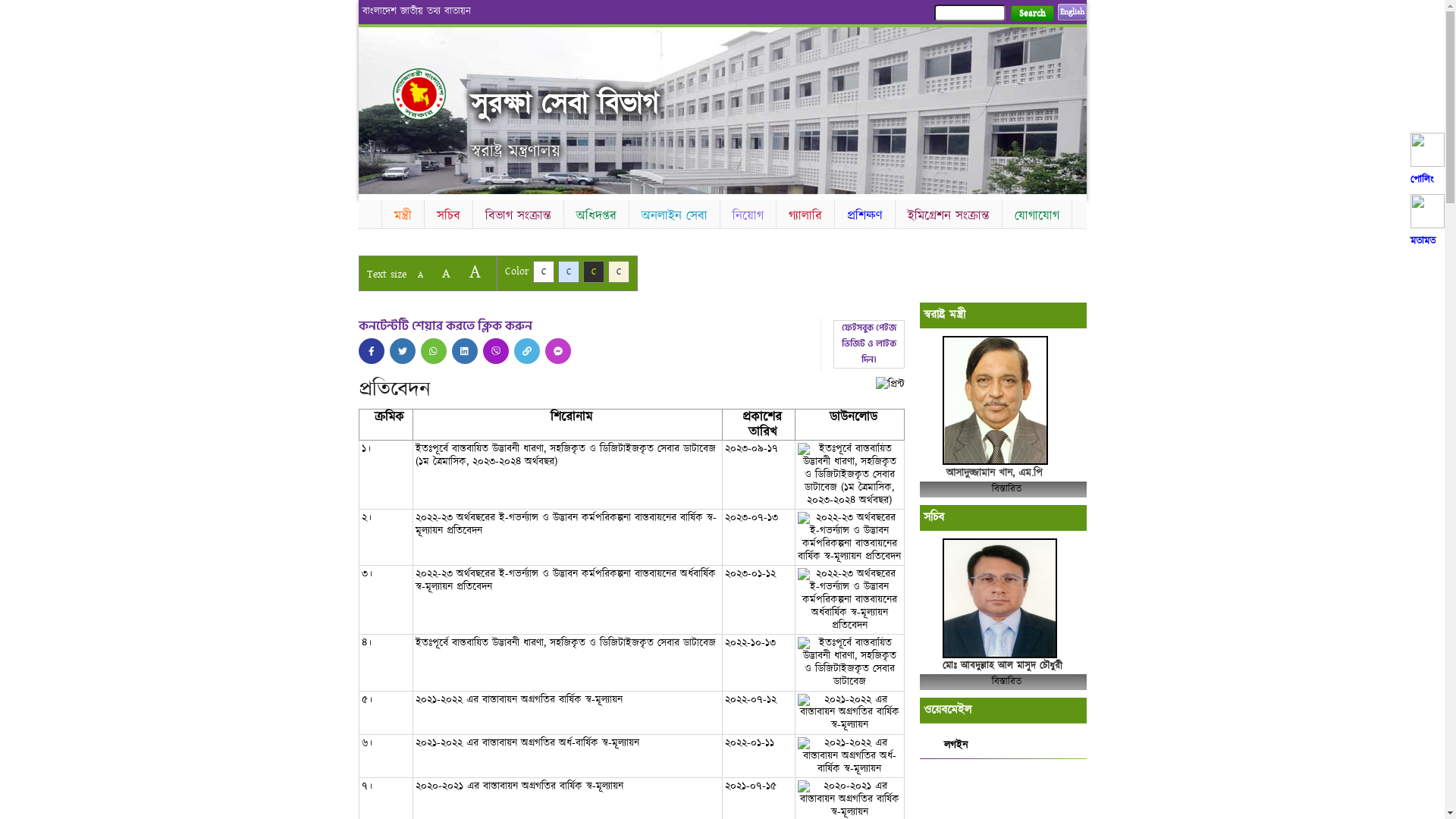  Describe the element at coordinates (431, 93) in the screenshot. I see `'Home'` at that location.